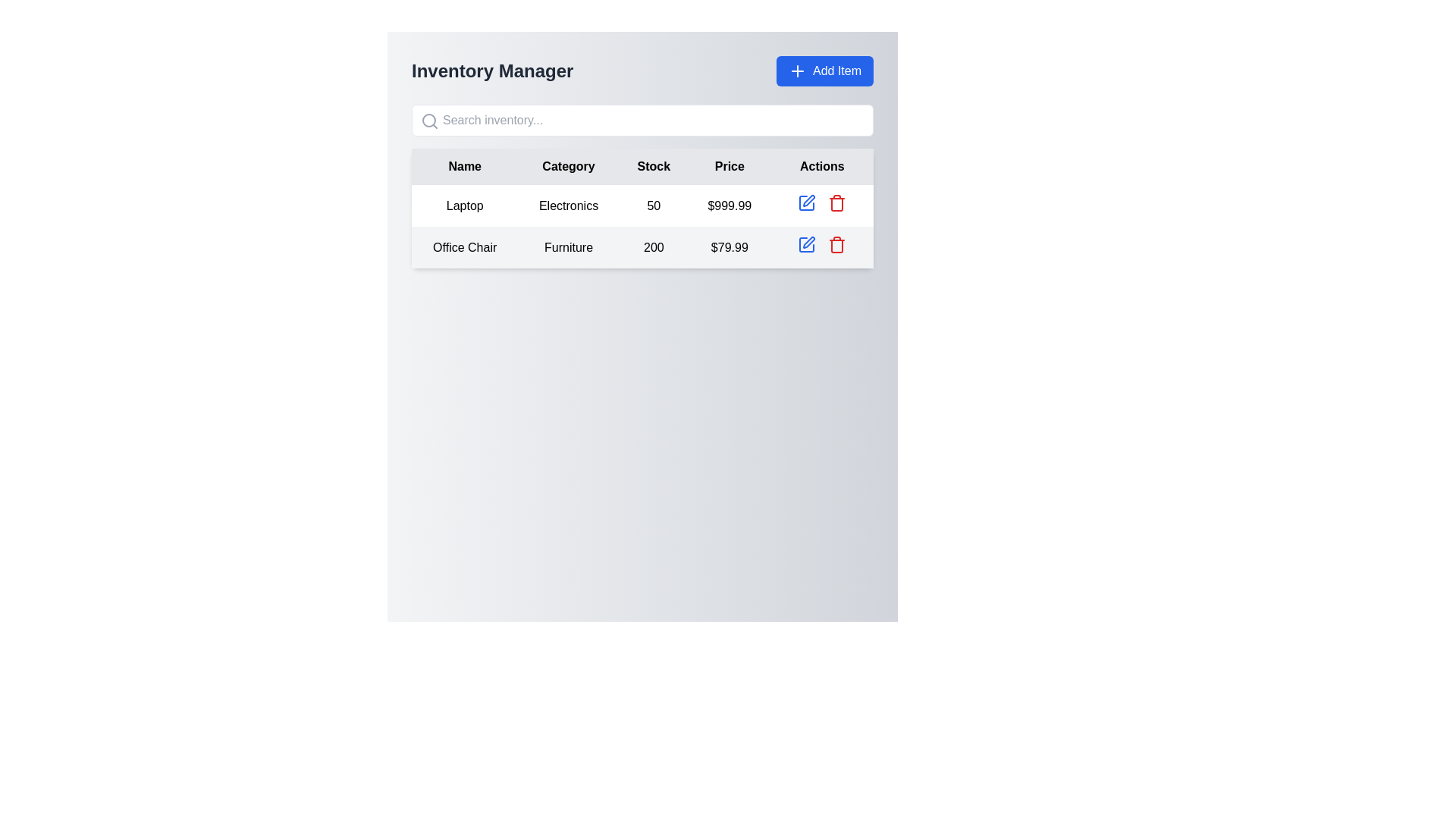 Image resolution: width=1456 pixels, height=819 pixels. What do you see at coordinates (796, 71) in the screenshot?
I see `the '+' icon on the 'Add Item' button located at the top-right corner of the interface` at bounding box center [796, 71].